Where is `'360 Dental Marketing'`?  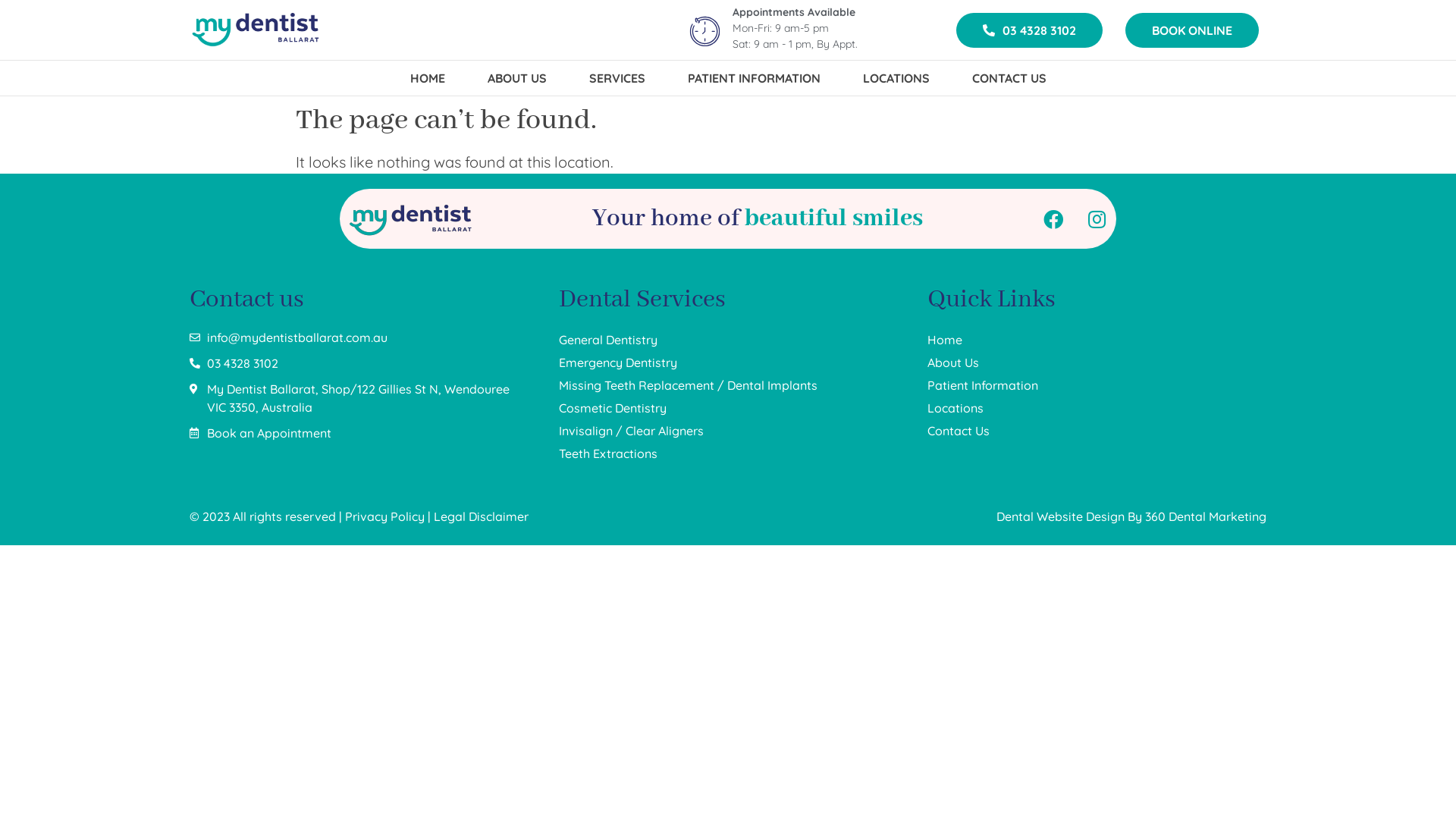
'360 Dental Marketing' is located at coordinates (1204, 516).